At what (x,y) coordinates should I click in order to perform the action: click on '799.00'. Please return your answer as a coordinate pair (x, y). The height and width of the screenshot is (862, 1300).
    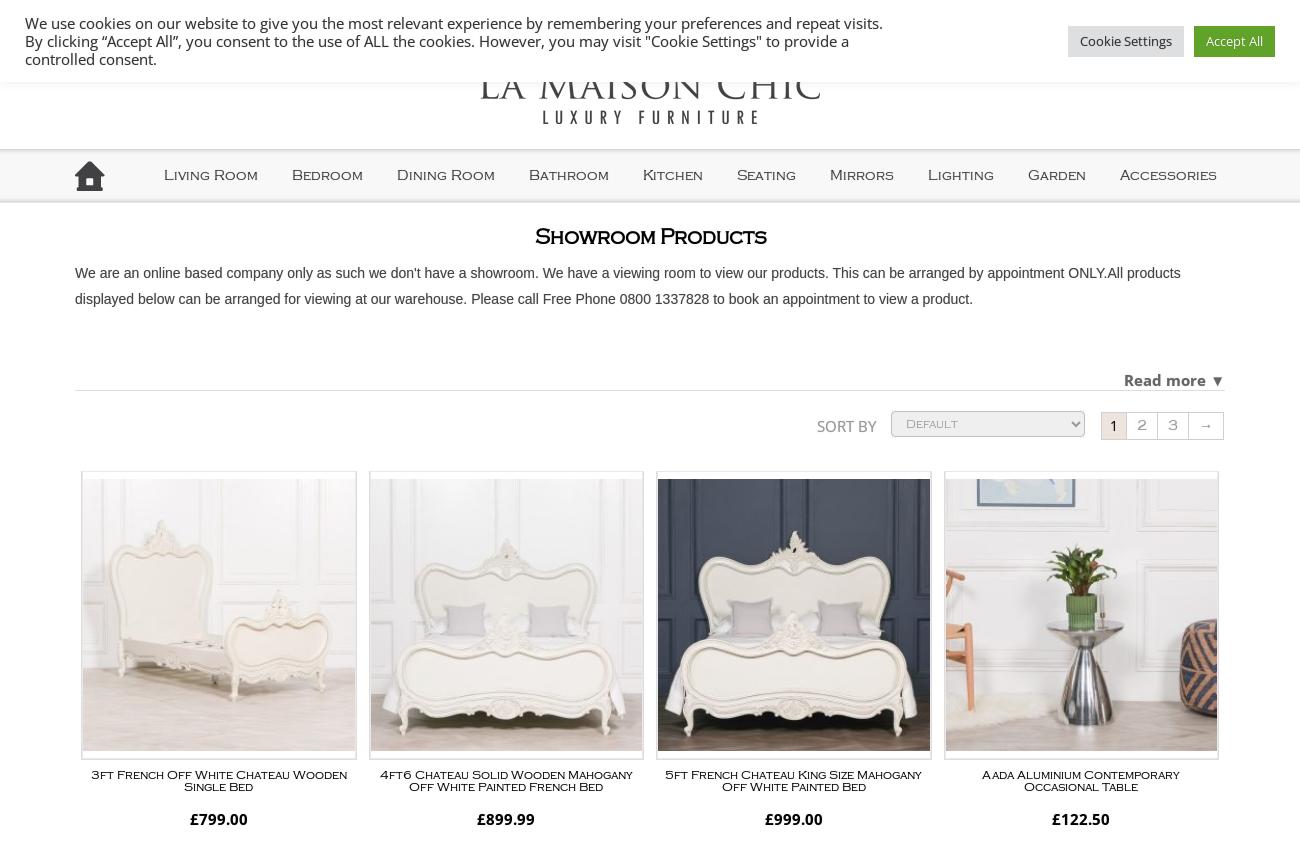
    Looking at the image, I should click on (221, 817).